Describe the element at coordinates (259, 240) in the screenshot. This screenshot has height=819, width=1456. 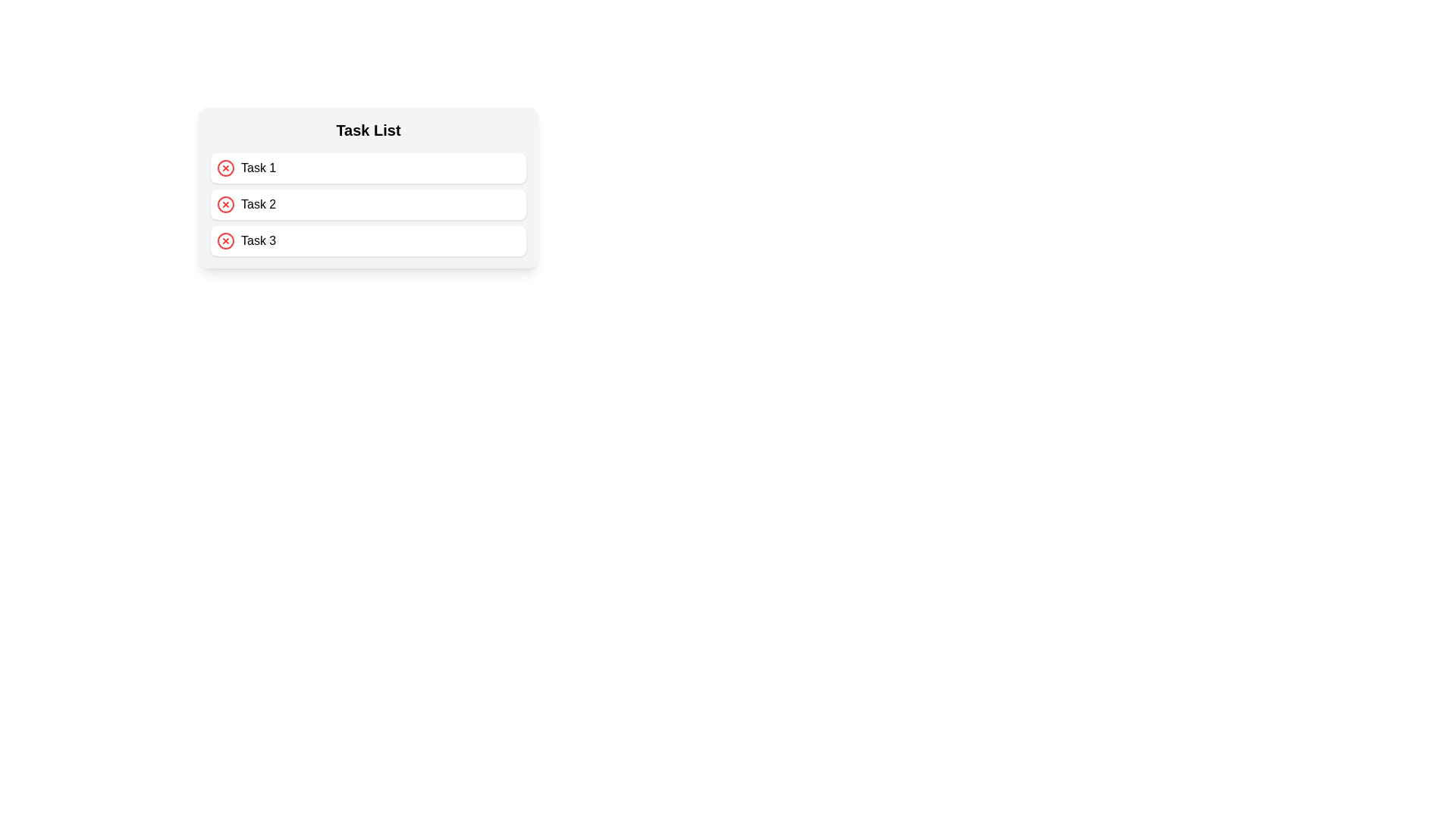
I see `the text label displaying 'Task 3', which is aligned with a red circular icon with an 'X' inside, positioned within a task list` at that location.